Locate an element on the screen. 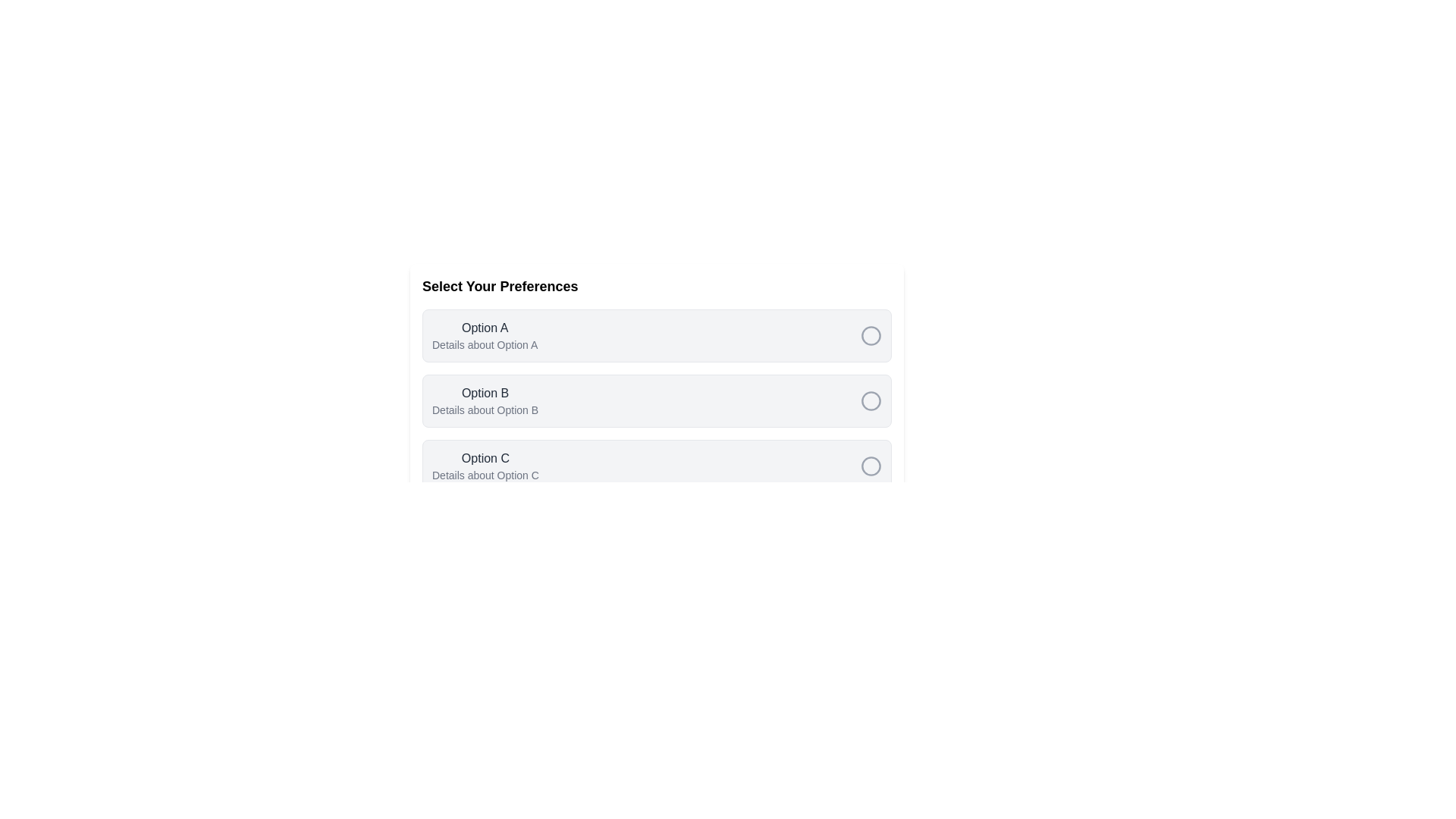 The width and height of the screenshot is (1456, 819). the element Option A in the component is located at coordinates (484, 335).